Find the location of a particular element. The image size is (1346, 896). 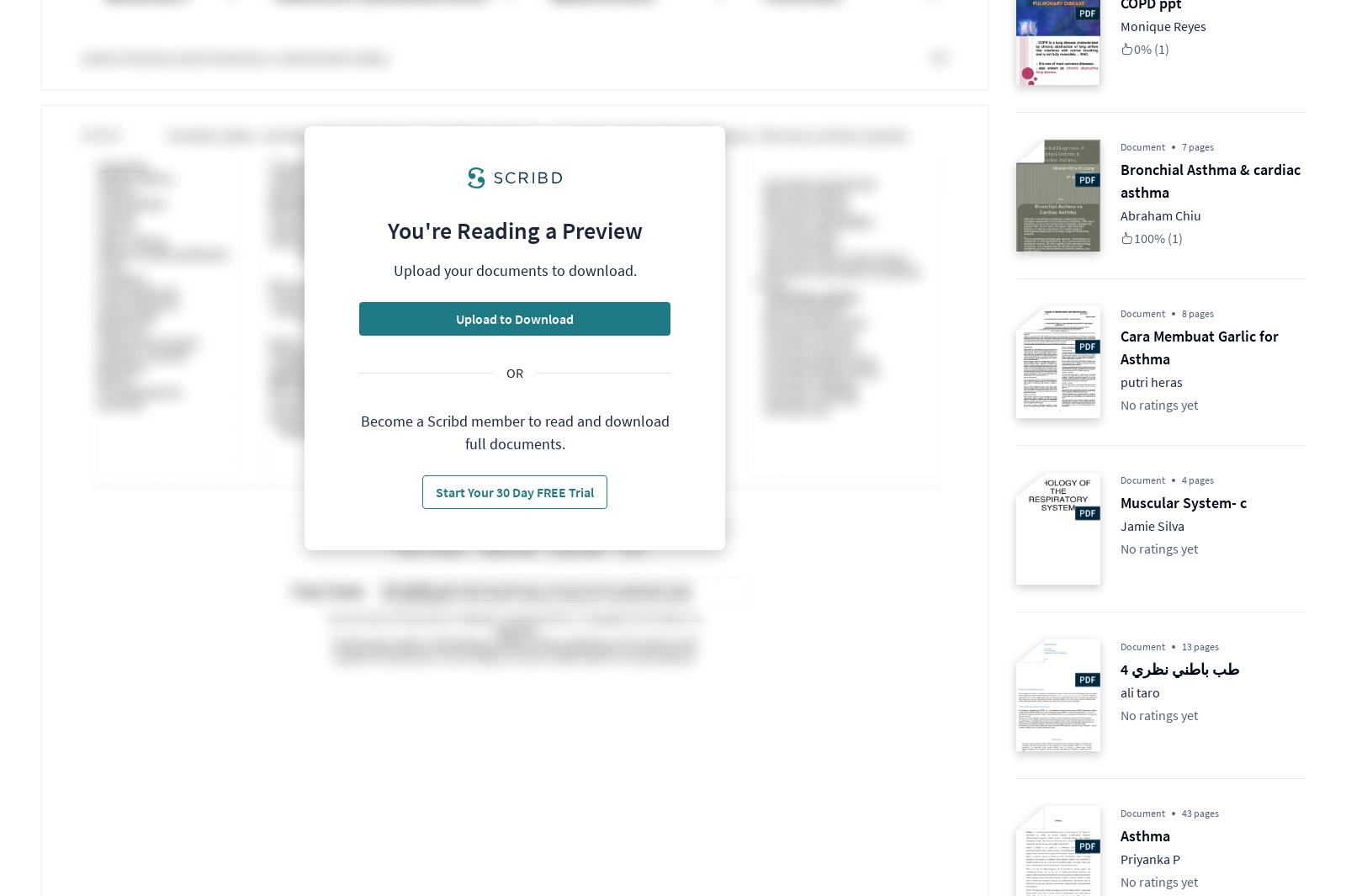

'Cara Membuat Garlic for Asthma' is located at coordinates (1199, 347).